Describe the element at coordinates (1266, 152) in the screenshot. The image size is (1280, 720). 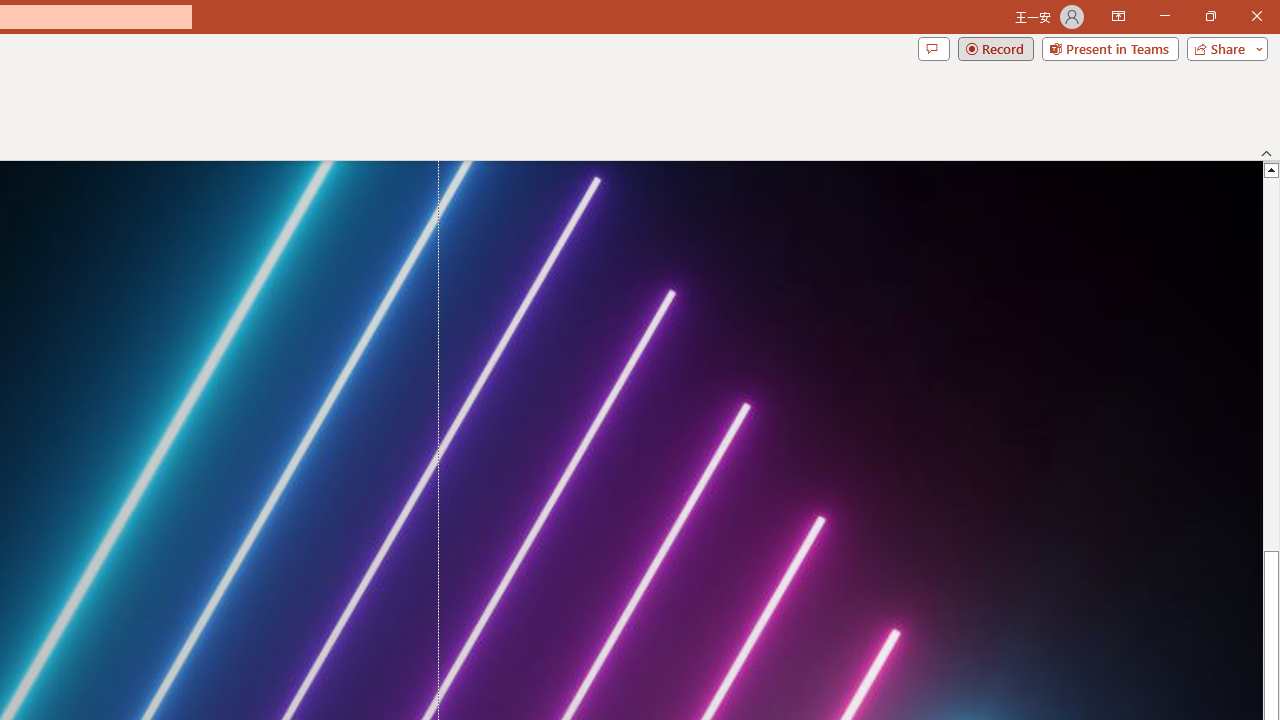
I see `'Collapse the Ribbon'` at that location.